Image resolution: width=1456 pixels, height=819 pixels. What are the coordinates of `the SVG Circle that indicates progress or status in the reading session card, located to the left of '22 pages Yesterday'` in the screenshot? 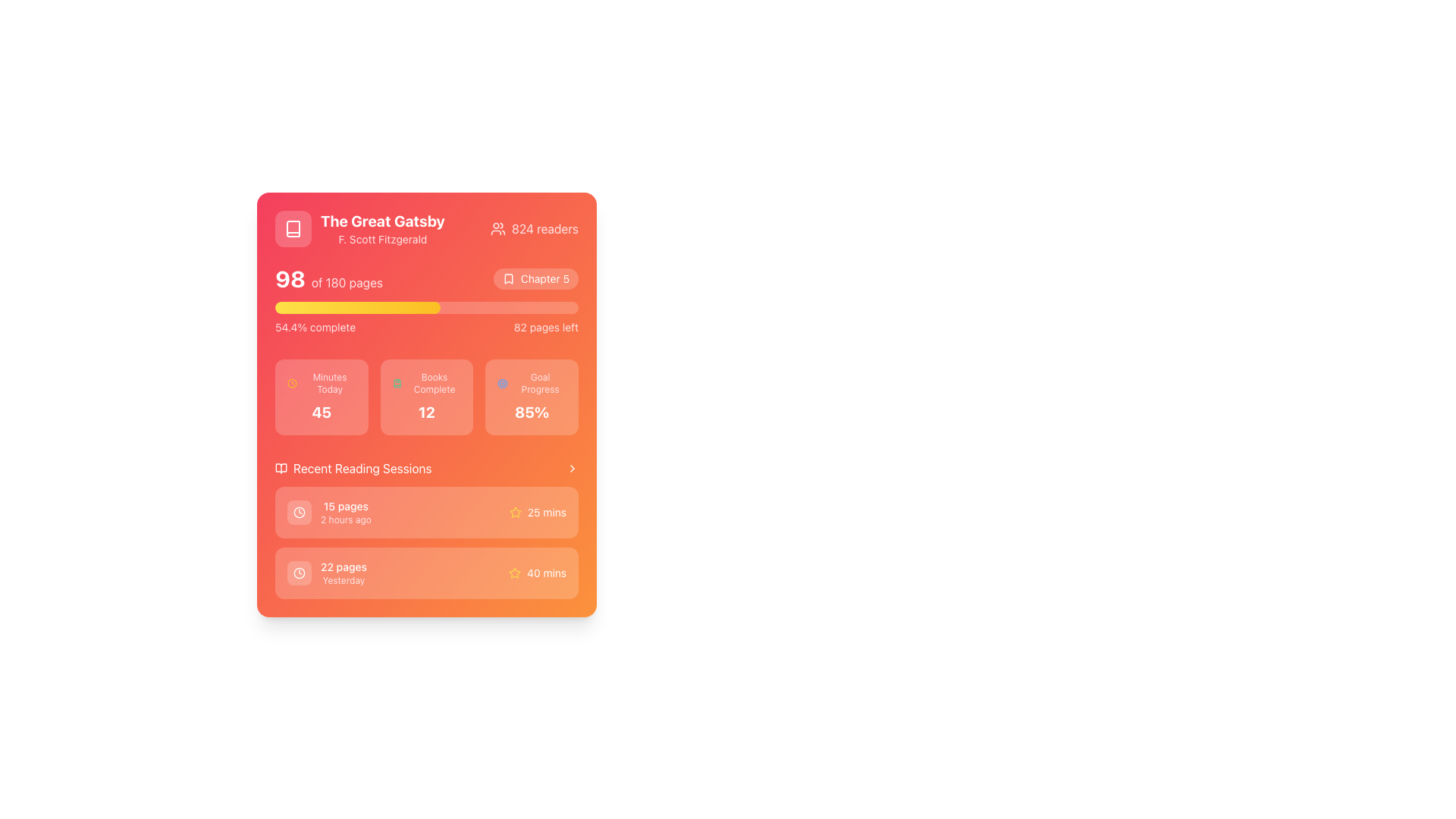 It's located at (299, 573).